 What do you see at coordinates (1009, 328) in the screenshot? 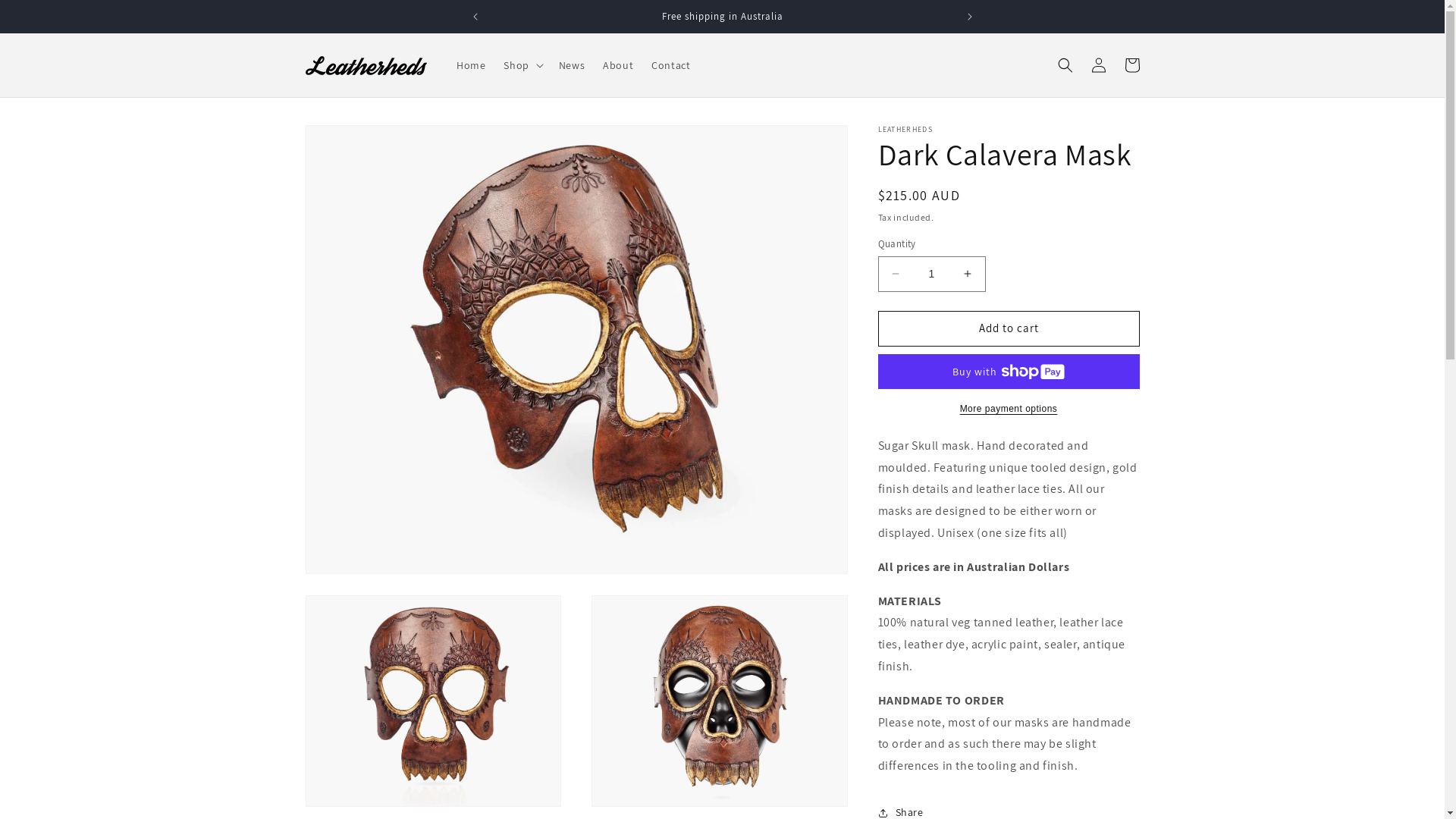
I see `'Add to cart'` at bounding box center [1009, 328].